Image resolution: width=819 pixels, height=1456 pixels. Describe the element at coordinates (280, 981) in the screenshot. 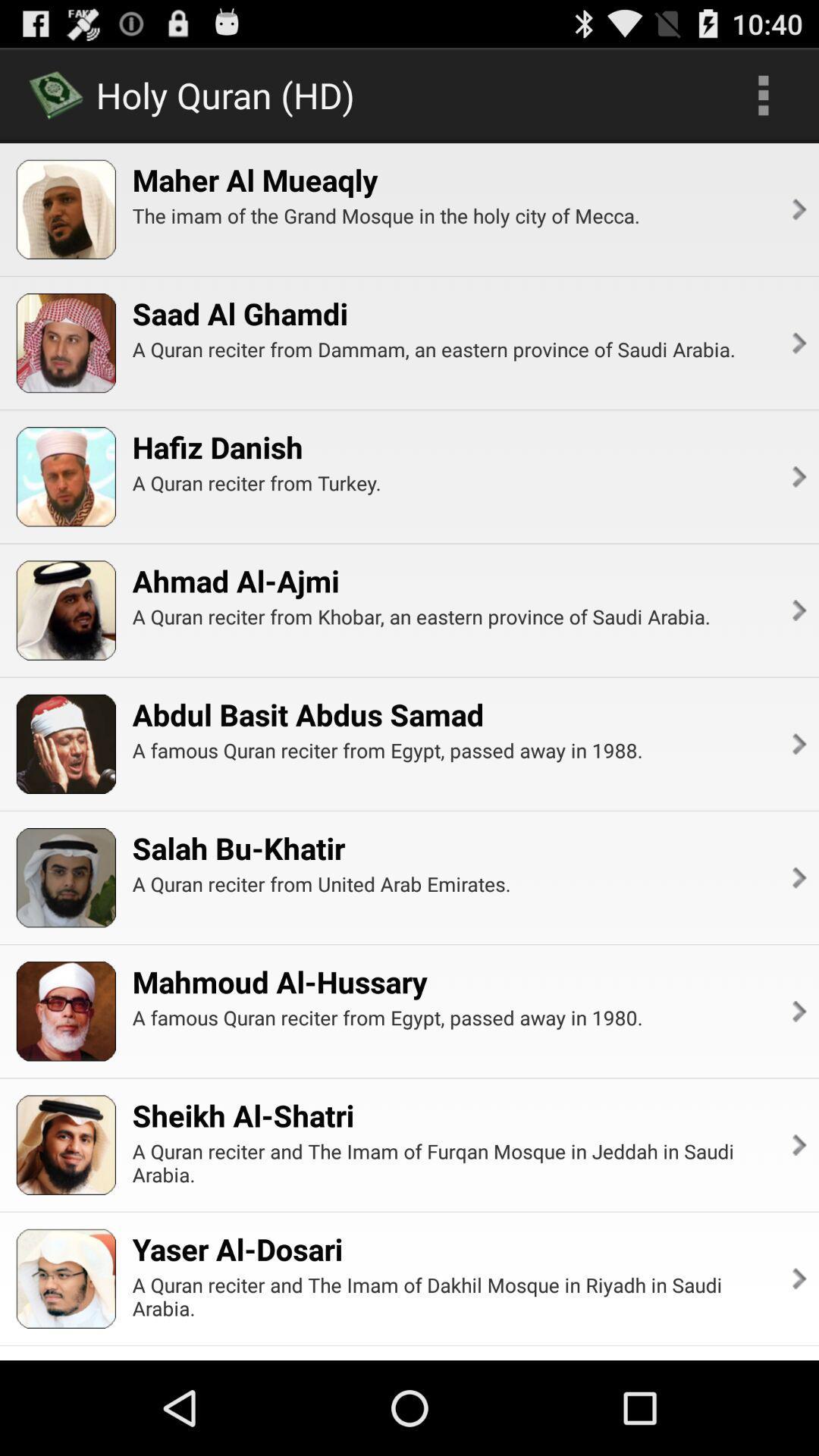

I see `the app above the a famous quran app` at that location.